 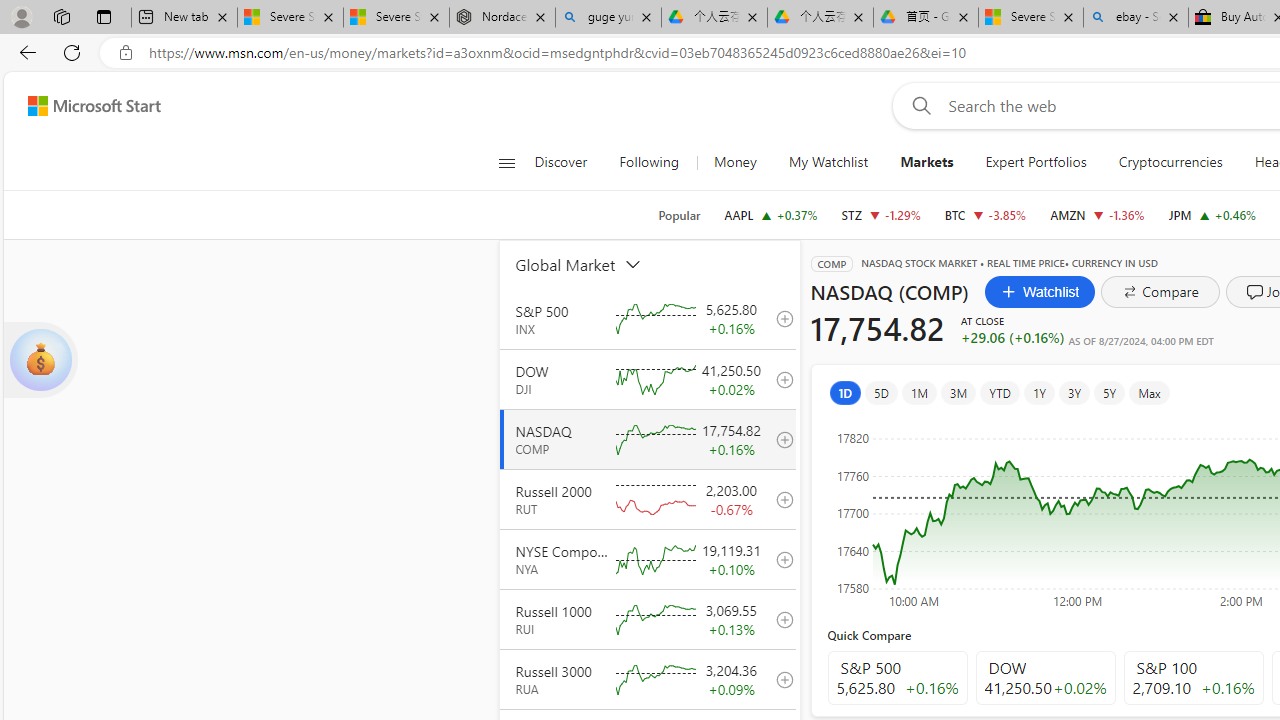 What do you see at coordinates (926, 162) in the screenshot?
I see `'Markets'` at bounding box center [926, 162].